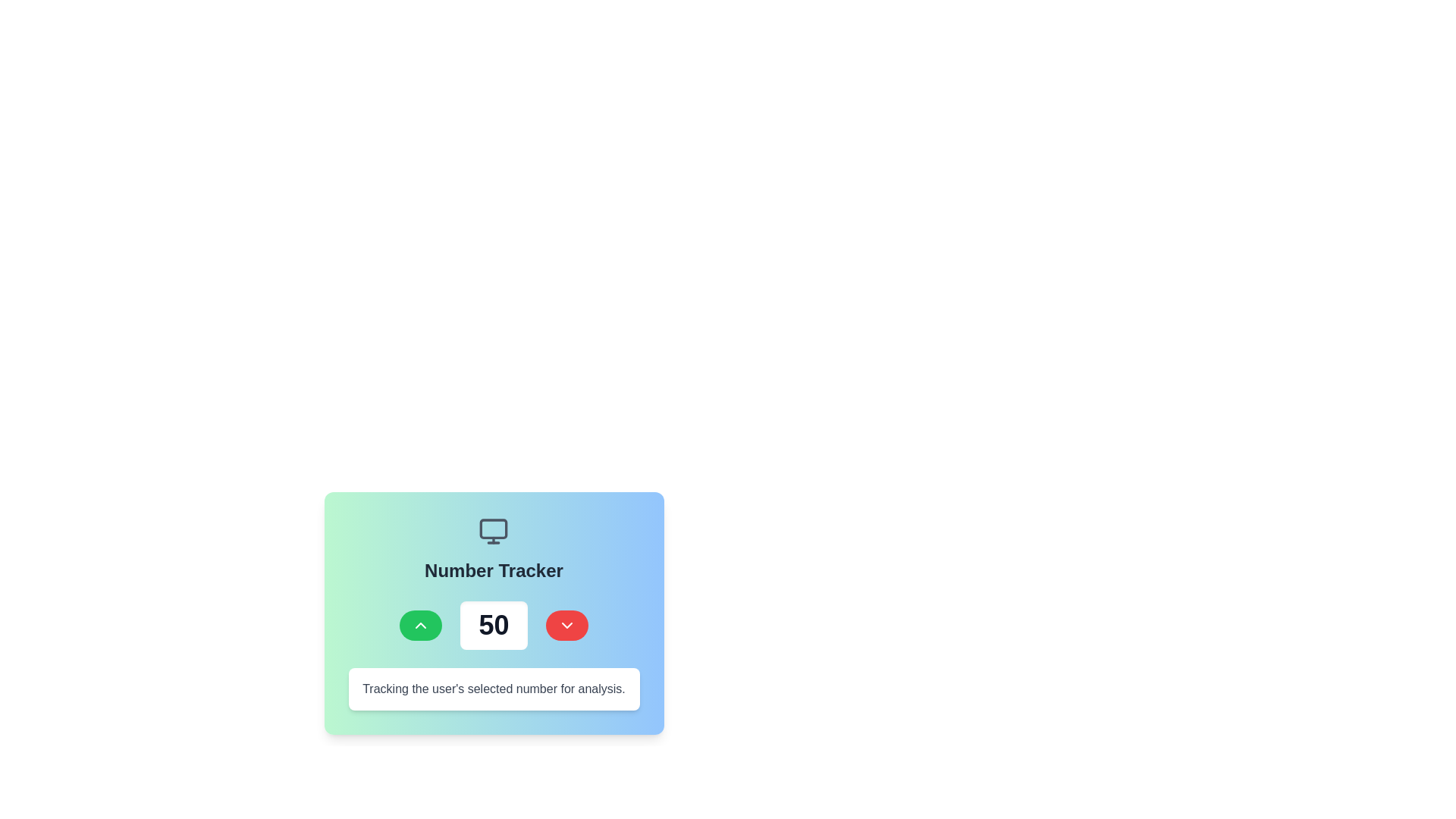  I want to click on the downward-pointing chevron icon with a red background and white lines, located within a button on the right side of the Number Tracker interface, so click(566, 626).